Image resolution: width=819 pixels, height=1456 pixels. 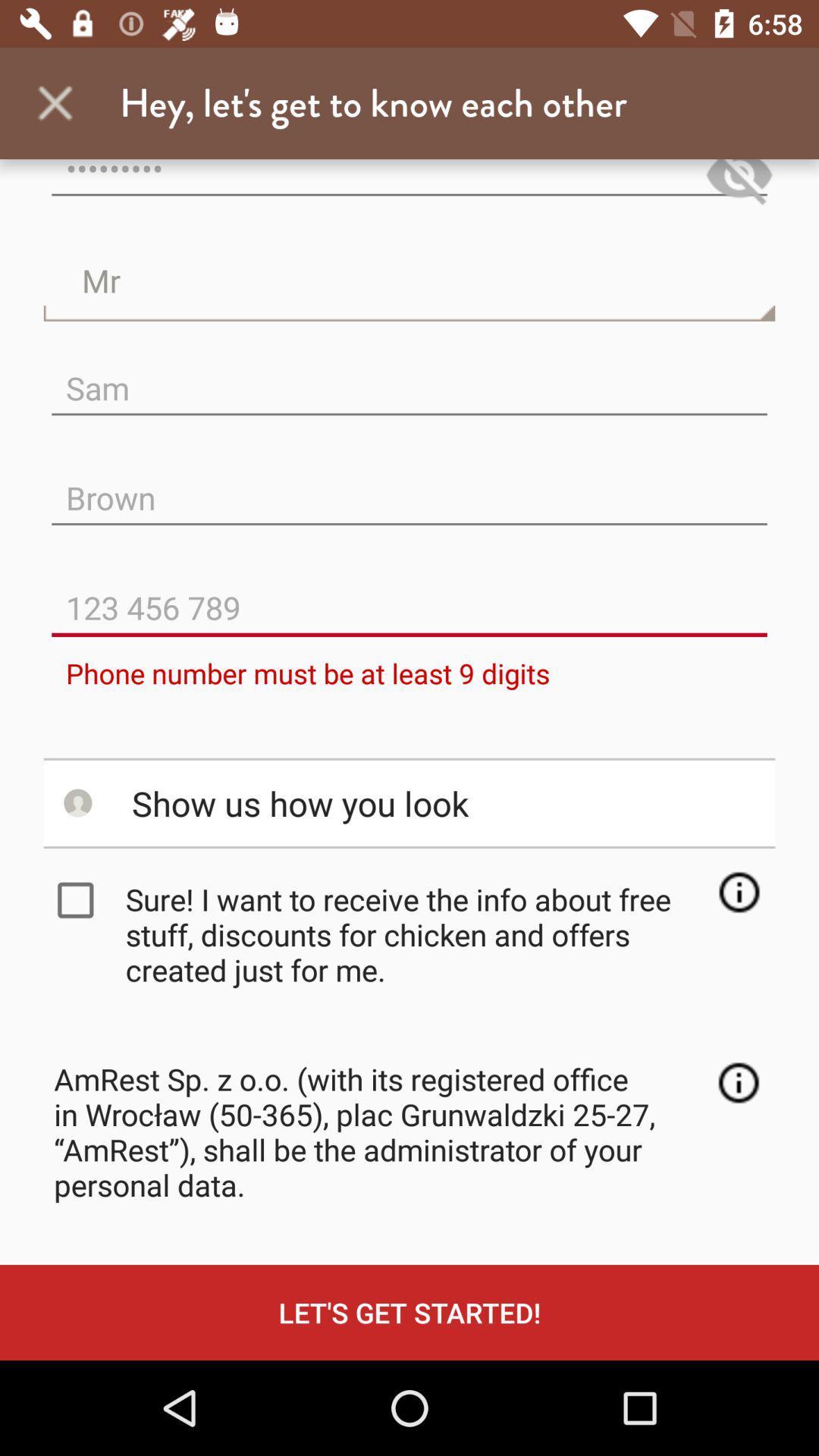 What do you see at coordinates (739, 184) in the screenshot?
I see `the item above the mr icon` at bounding box center [739, 184].